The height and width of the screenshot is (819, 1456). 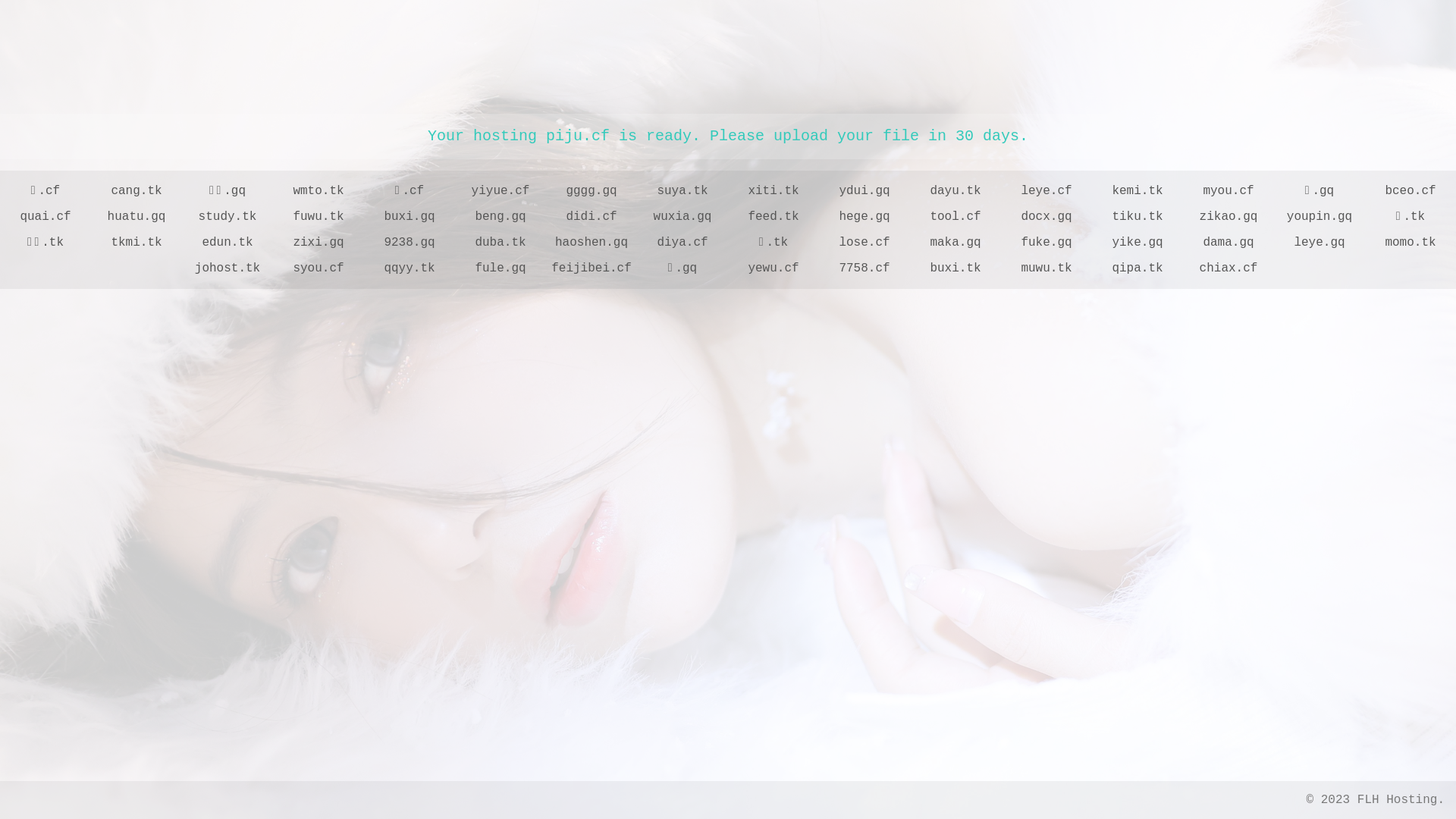 What do you see at coordinates (728, 268) in the screenshot?
I see `'yewu.cf'` at bounding box center [728, 268].